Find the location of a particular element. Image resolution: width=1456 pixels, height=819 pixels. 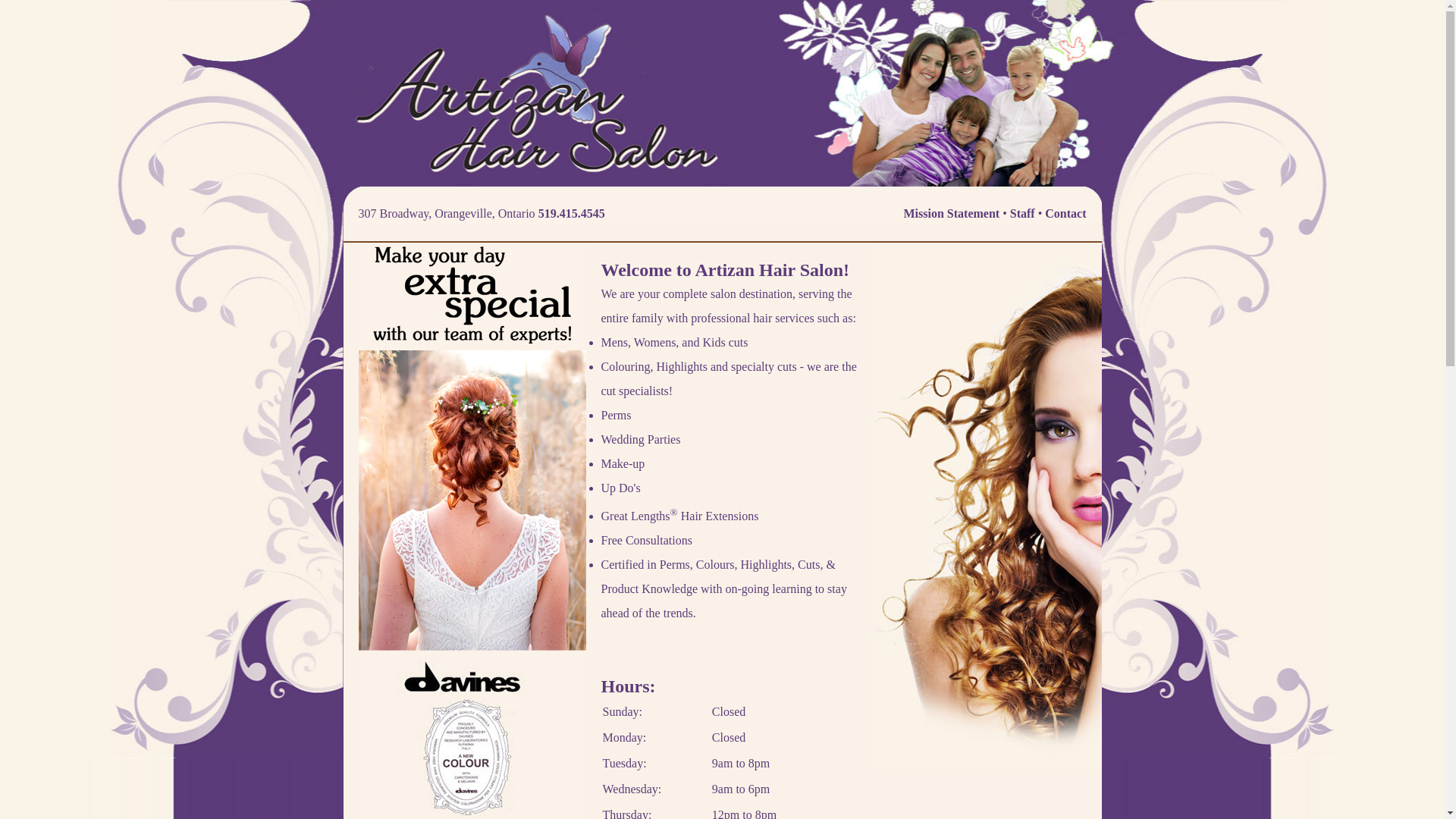

'Mission Statement' is located at coordinates (951, 213).